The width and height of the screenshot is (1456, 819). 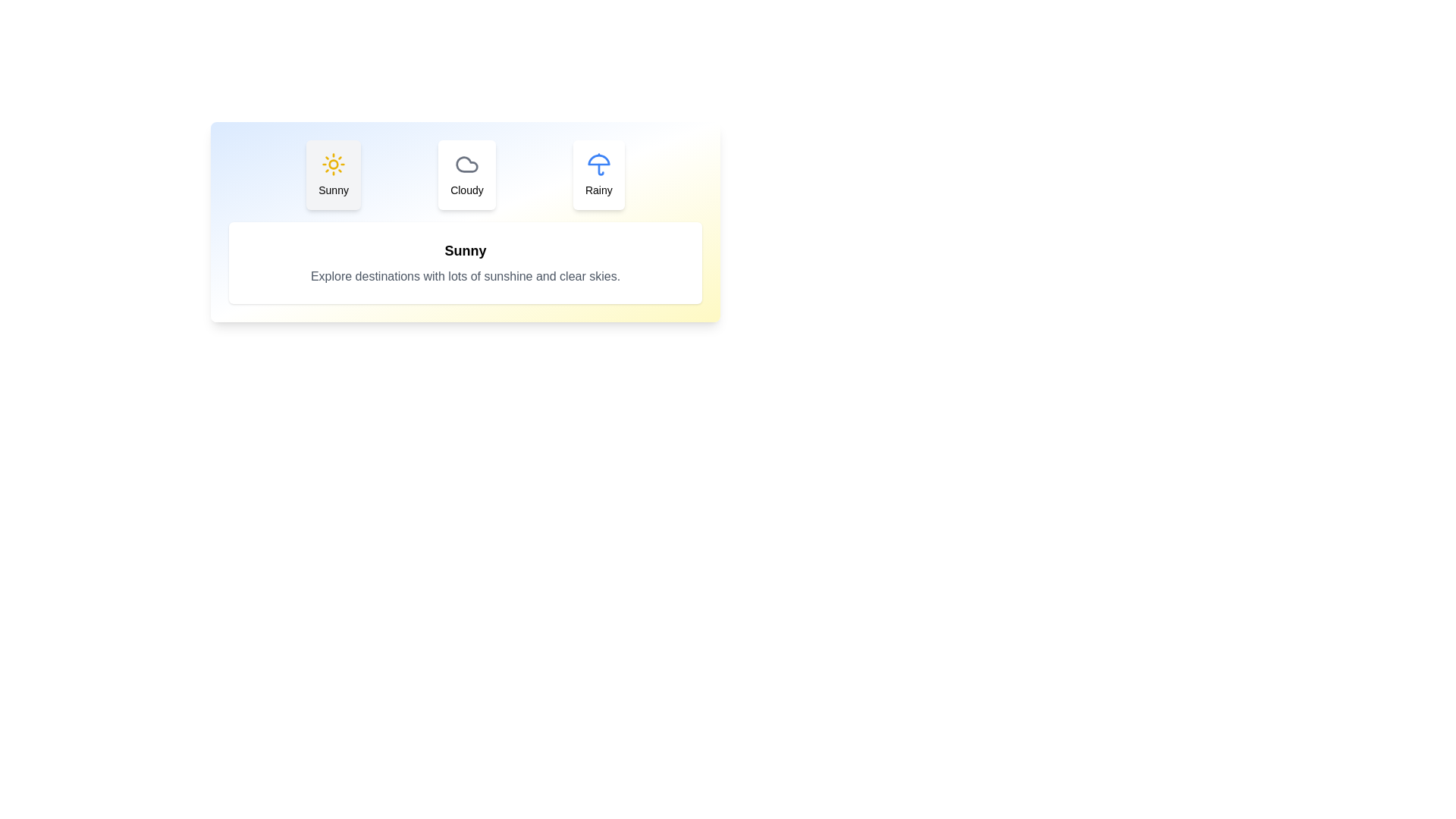 What do you see at coordinates (333, 174) in the screenshot?
I see `the Sunny button to view its details` at bounding box center [333, 174].